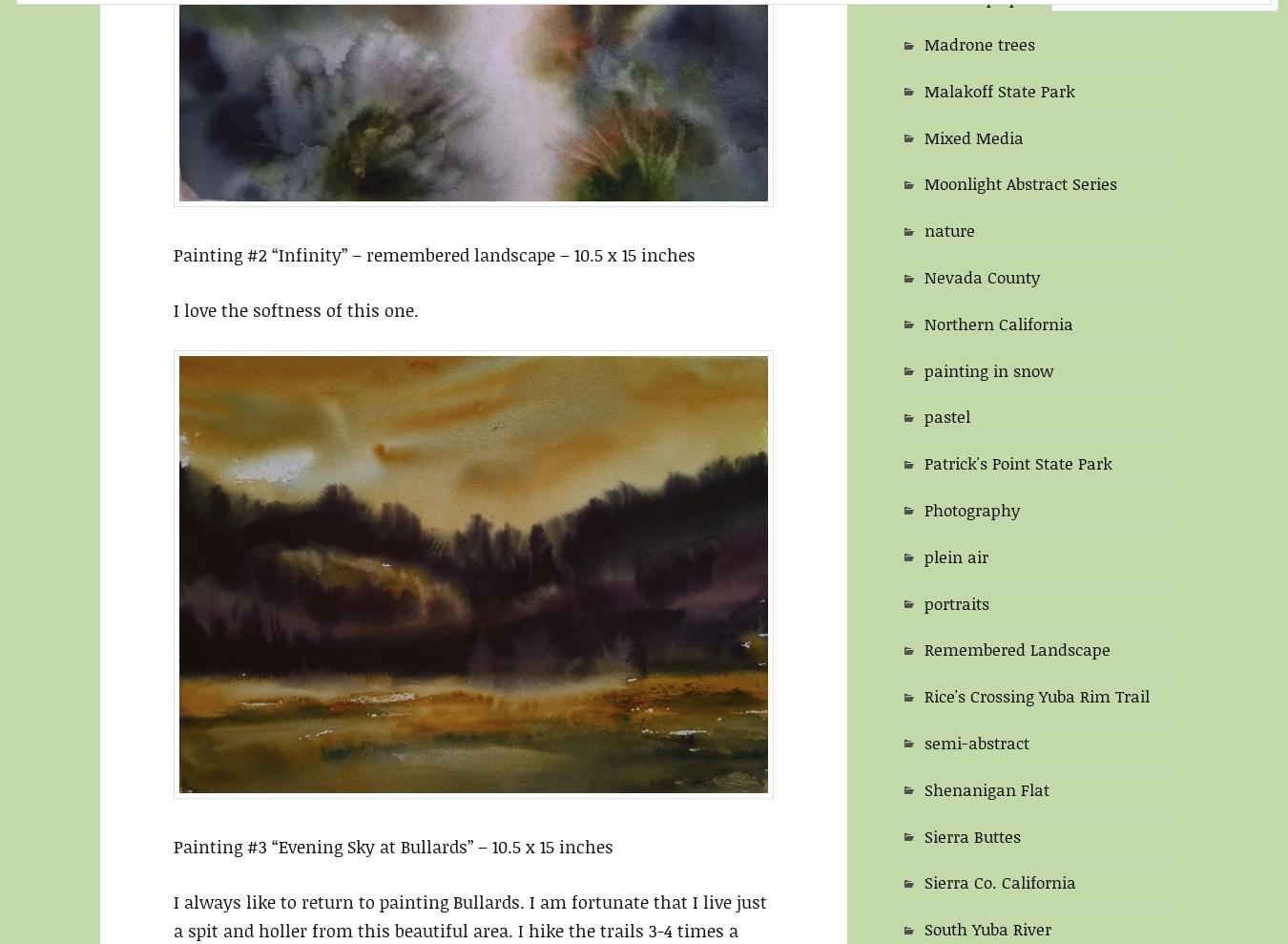 The width and height of the screenshot is (1288, 944). Describe the element at coordinates (971, 508) in the screenshot. I see `'Photography'` at that location.